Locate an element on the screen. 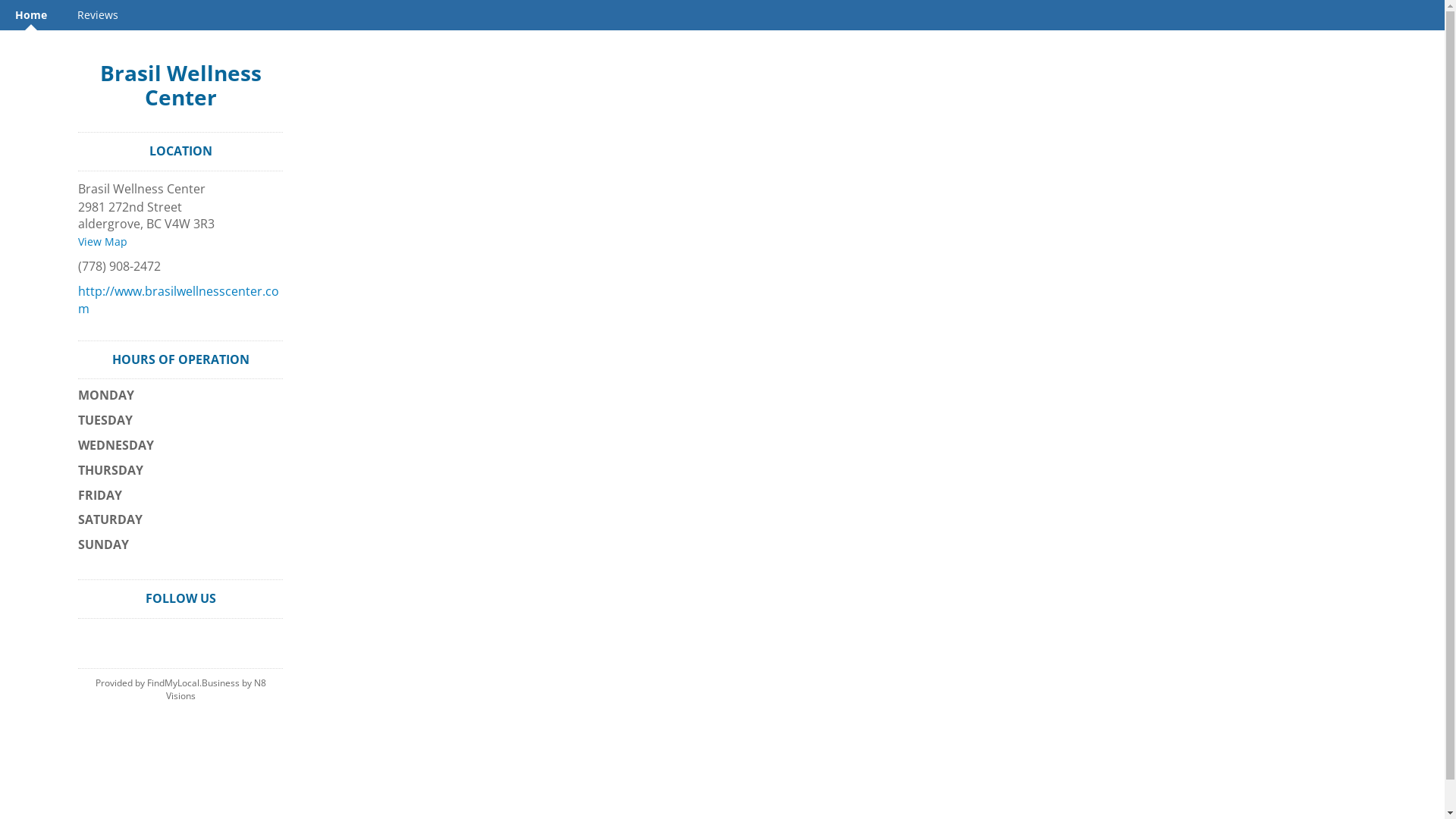 The width and height of the screenshot is (1456, 819). 'Brasil Wellness Center' is located at coordinates (99, 84).